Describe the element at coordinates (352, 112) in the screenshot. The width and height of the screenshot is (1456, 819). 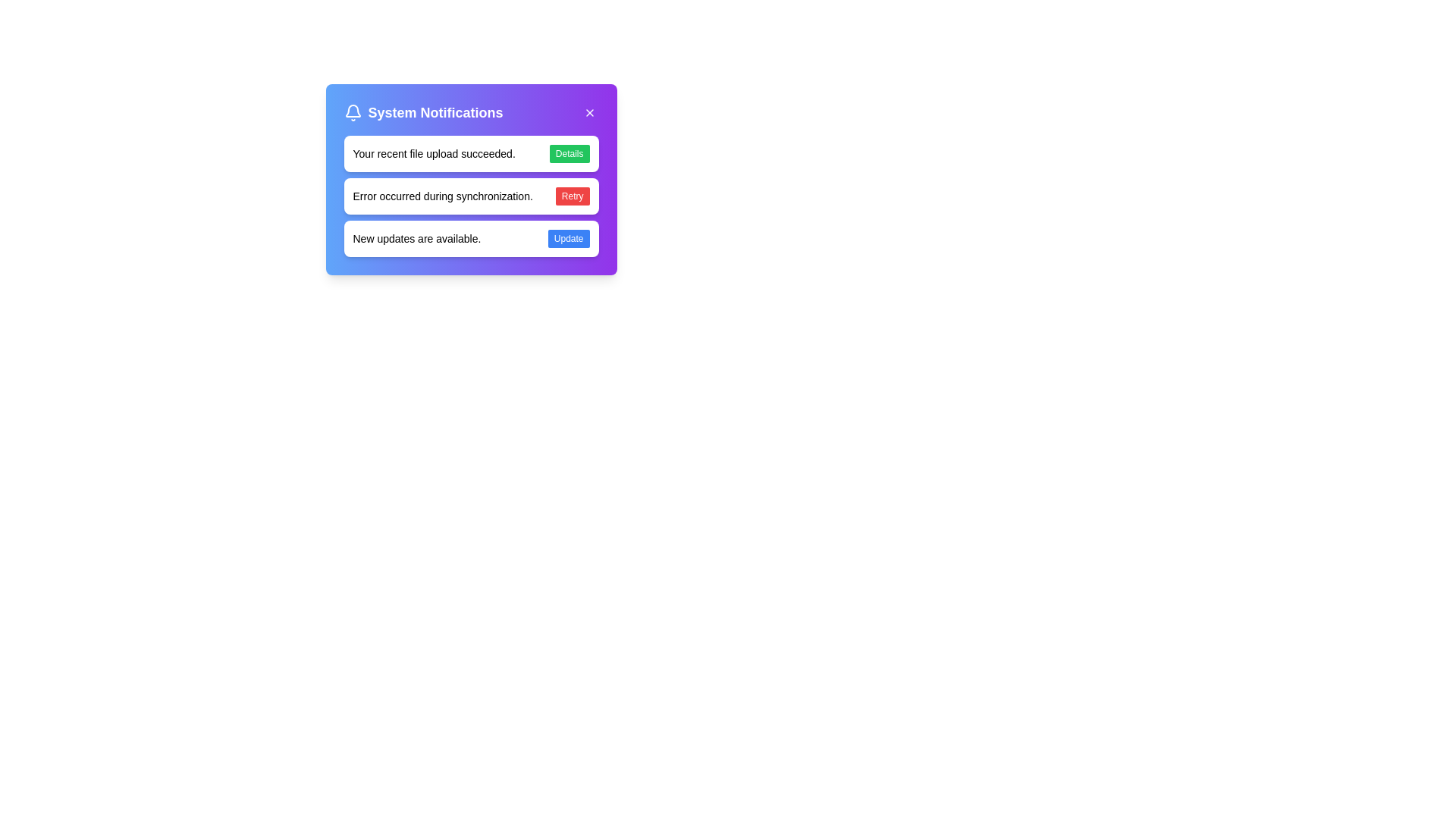
I see `the notification icon, which resembles a bell and is positioned to the left of the 'System Notifications' label in the upper-left section of the dialog box` at that location.